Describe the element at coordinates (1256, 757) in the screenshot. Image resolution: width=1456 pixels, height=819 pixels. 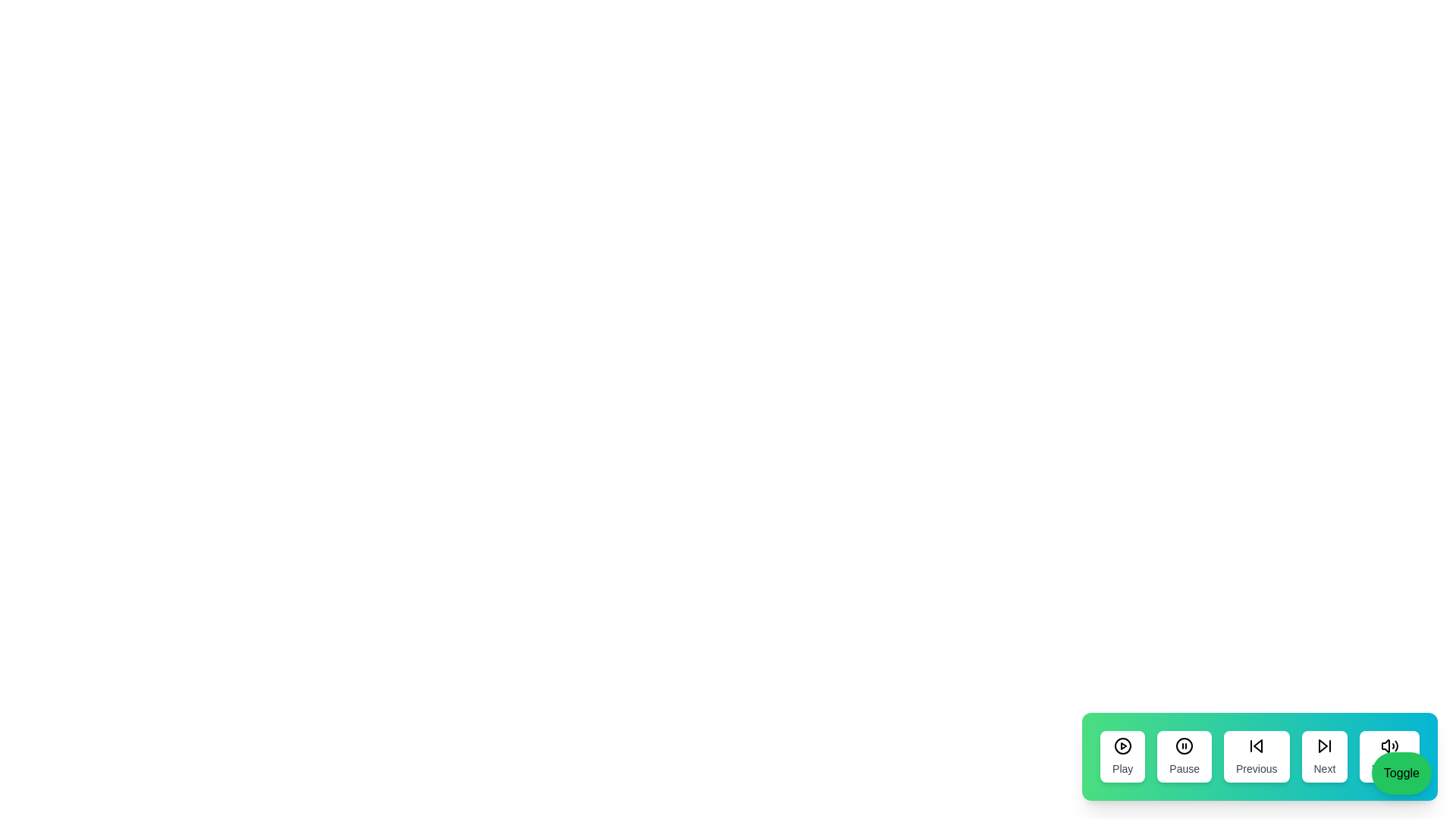
I see `'Previous' button to navigate to the previous media item` at that location.